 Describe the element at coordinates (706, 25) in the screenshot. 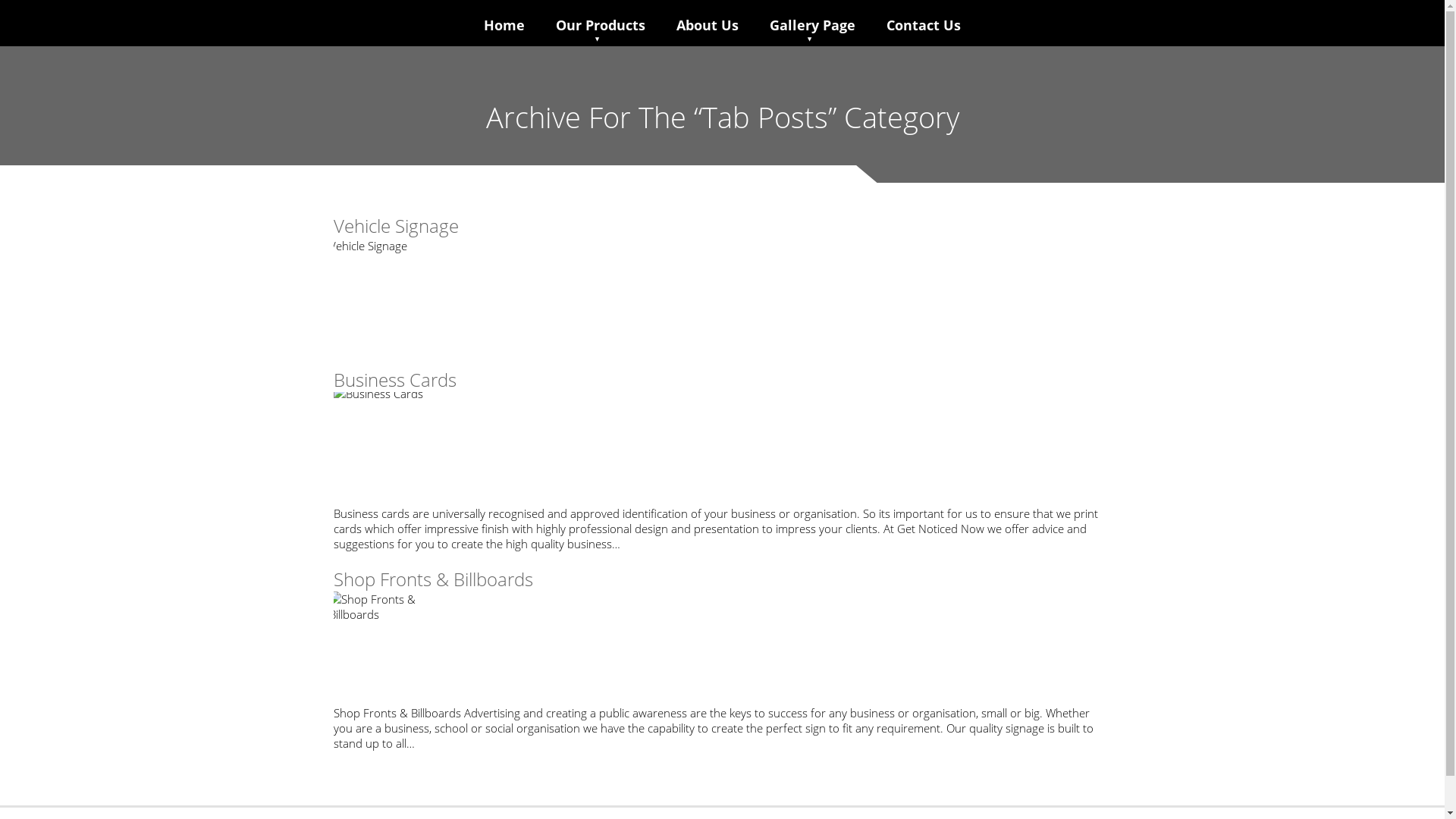

I see `'About Us'` at that location.